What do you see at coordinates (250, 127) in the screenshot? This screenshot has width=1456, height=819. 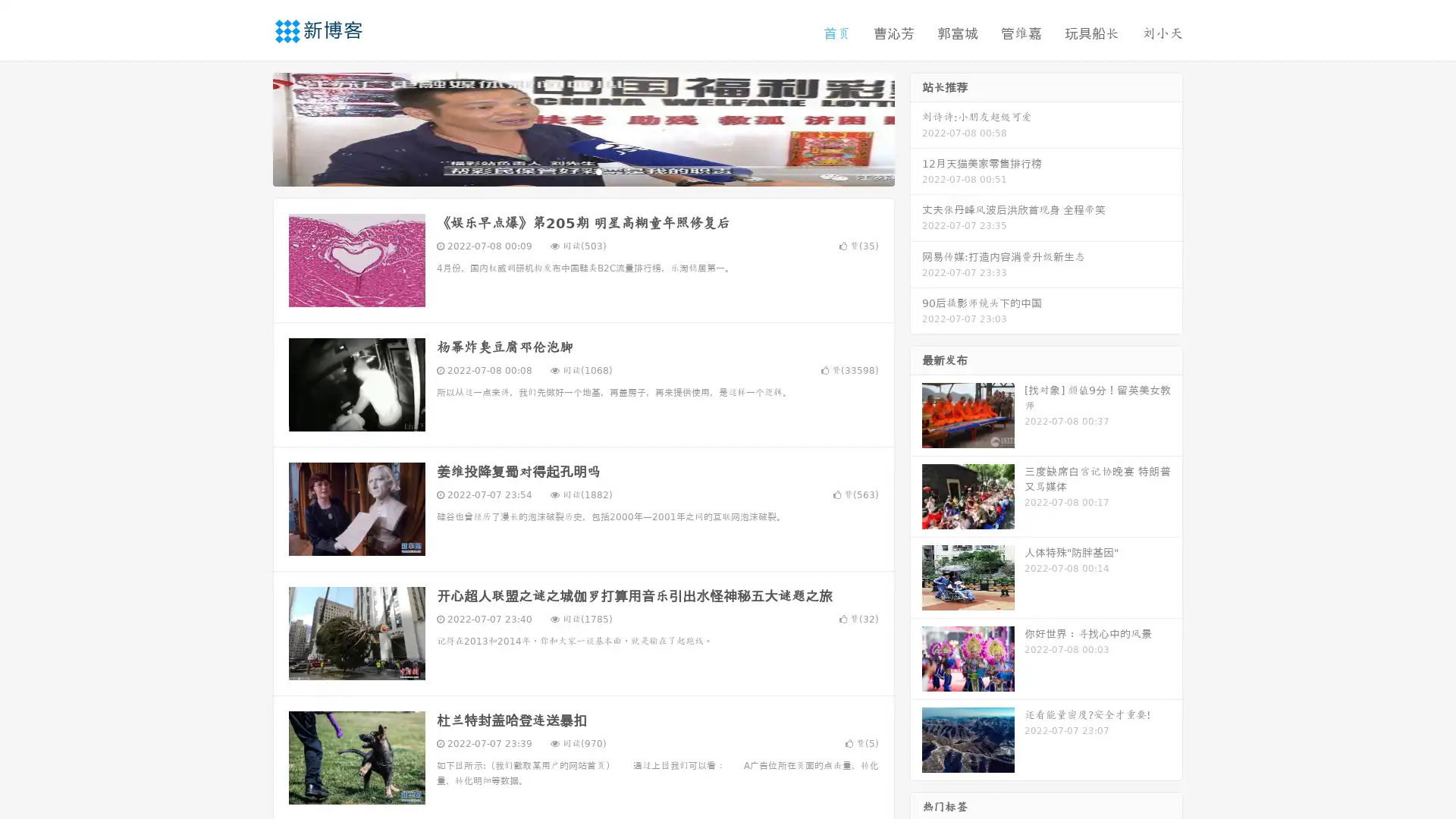 I see `Previous slide` at bounding box center [250, 127].